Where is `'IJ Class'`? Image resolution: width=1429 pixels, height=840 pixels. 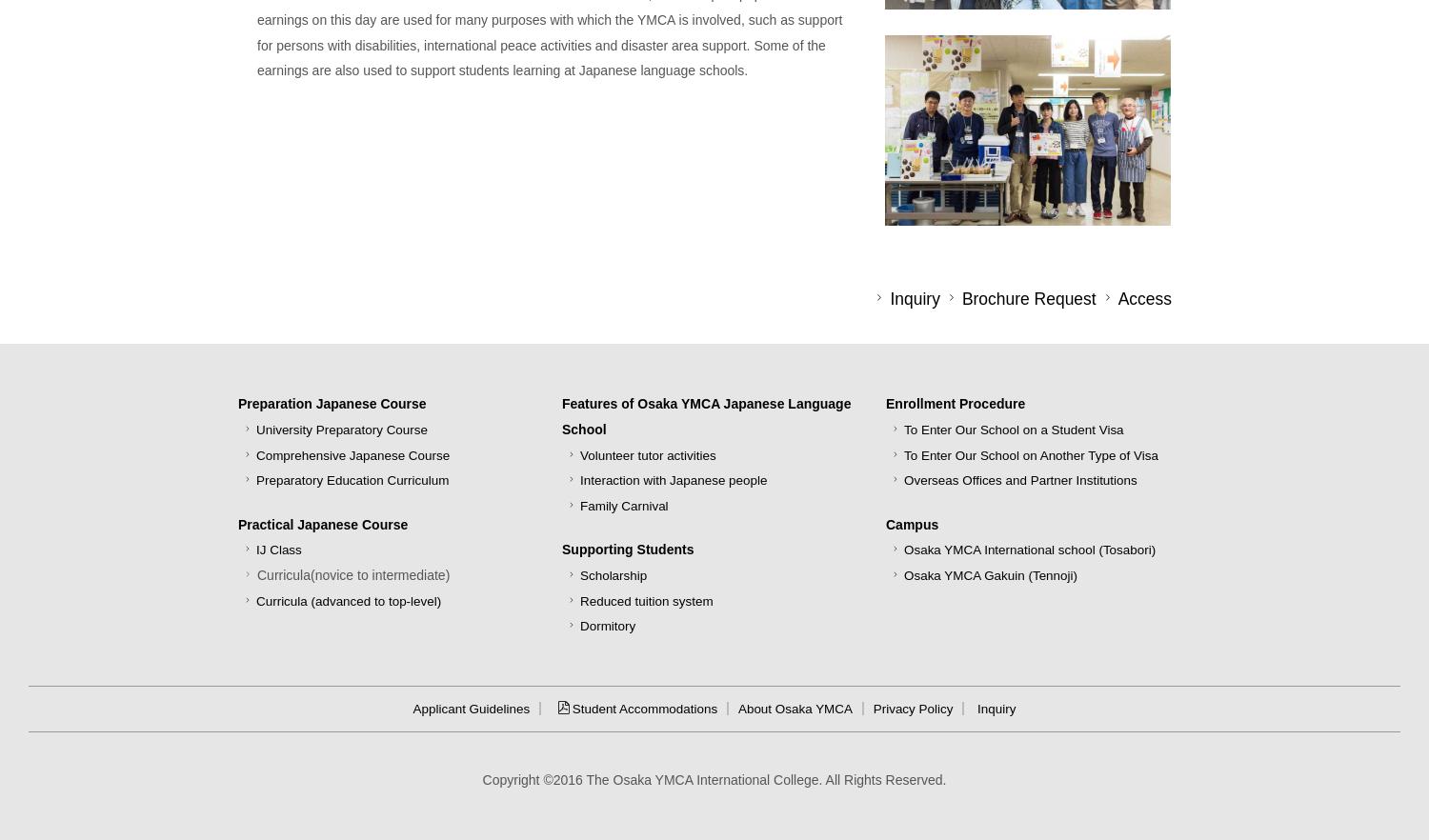 'IJ Class' is located at coordinates (278, 550).